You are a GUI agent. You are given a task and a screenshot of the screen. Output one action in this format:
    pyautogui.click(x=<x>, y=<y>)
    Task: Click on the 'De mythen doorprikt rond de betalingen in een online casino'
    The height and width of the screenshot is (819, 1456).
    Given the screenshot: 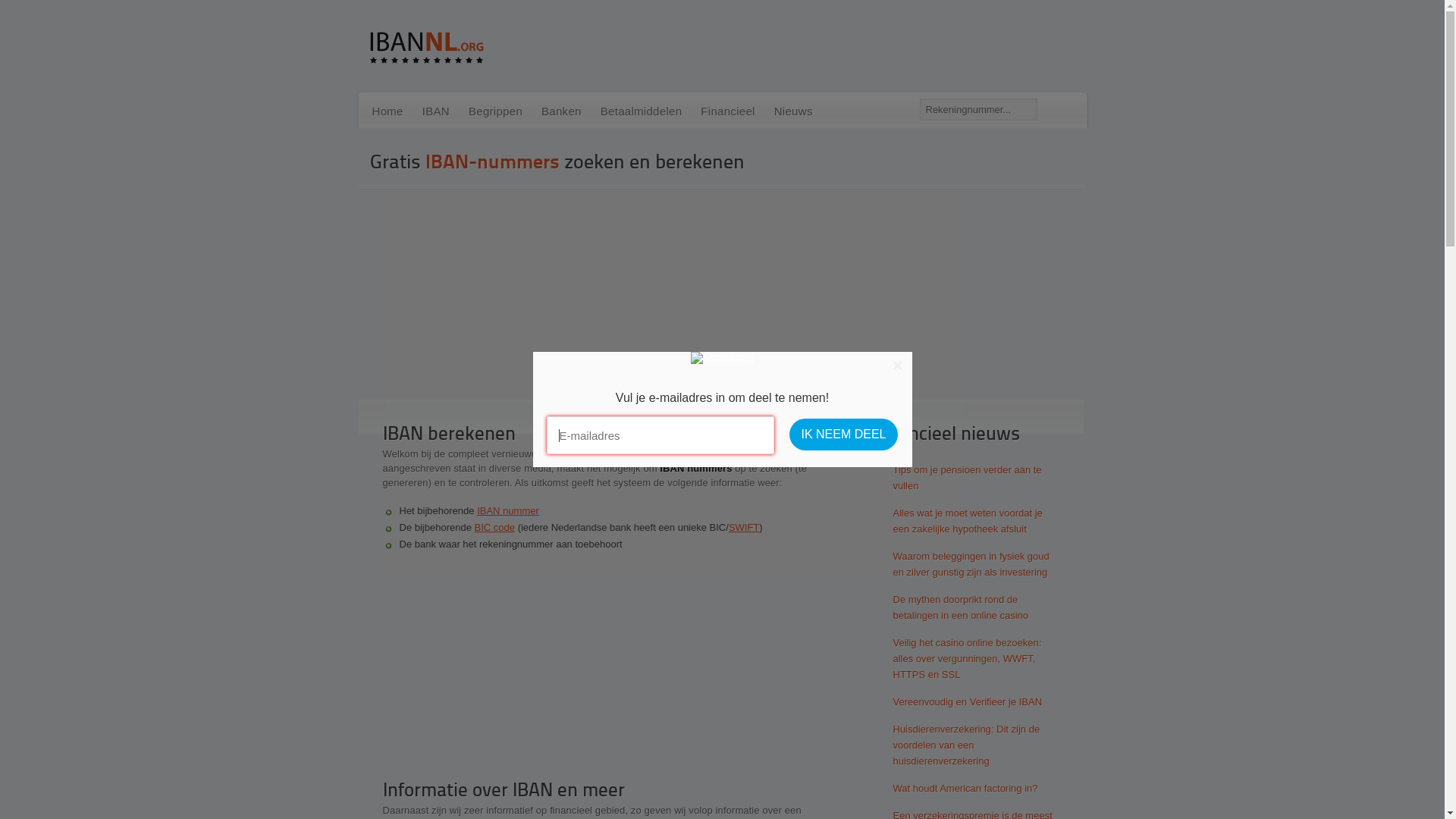 What is the action you would take?
    pyautogui.click(x=956, y=606)
    